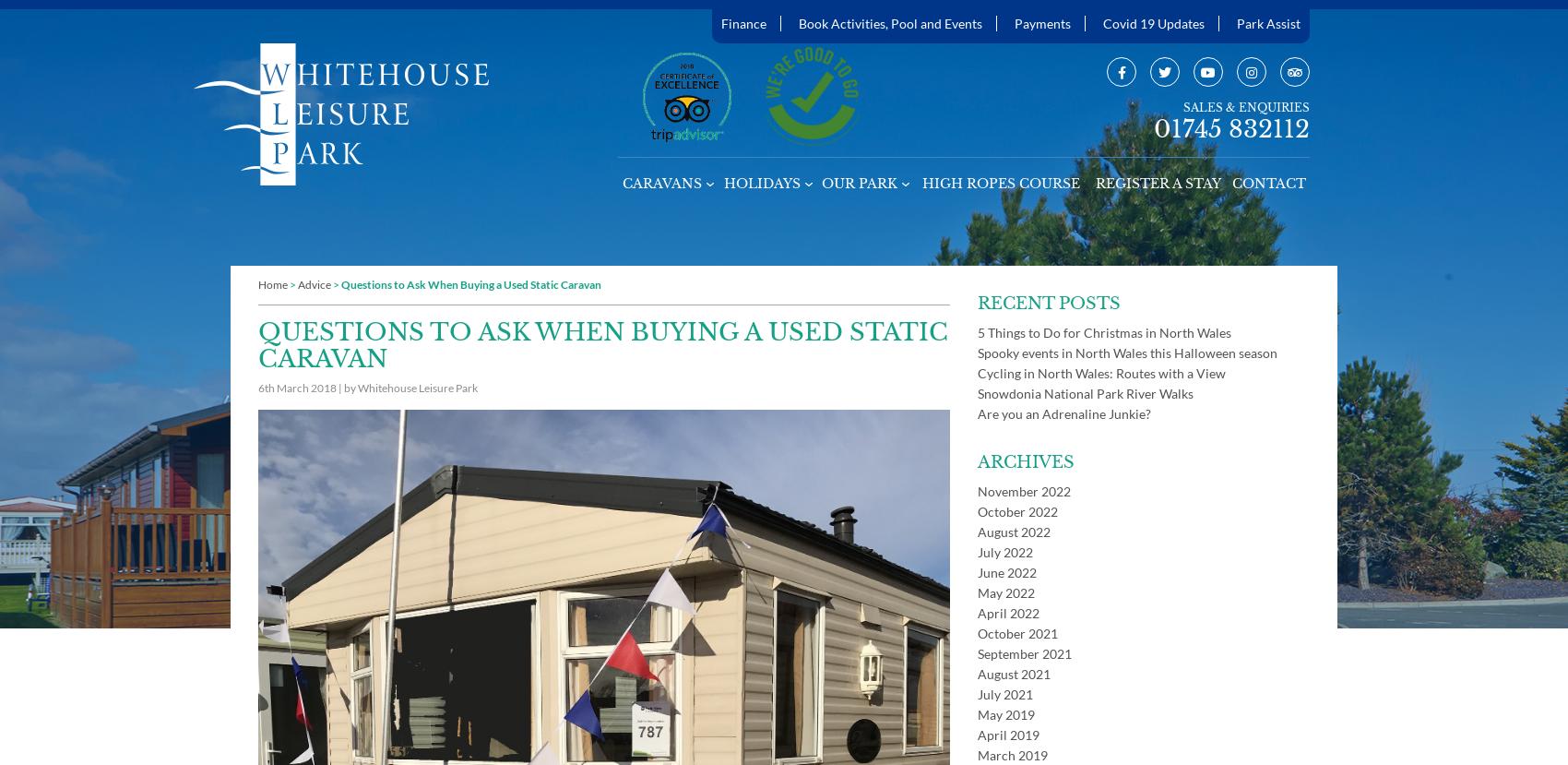 Image resolution: width=1568 pixels, height=765 pixels. What do you see at coordinates (366, 387) in the screenshot?
I see `'6th March 2018 | by Whitehouse Leisure Park'` at bounding box center [366, 387].